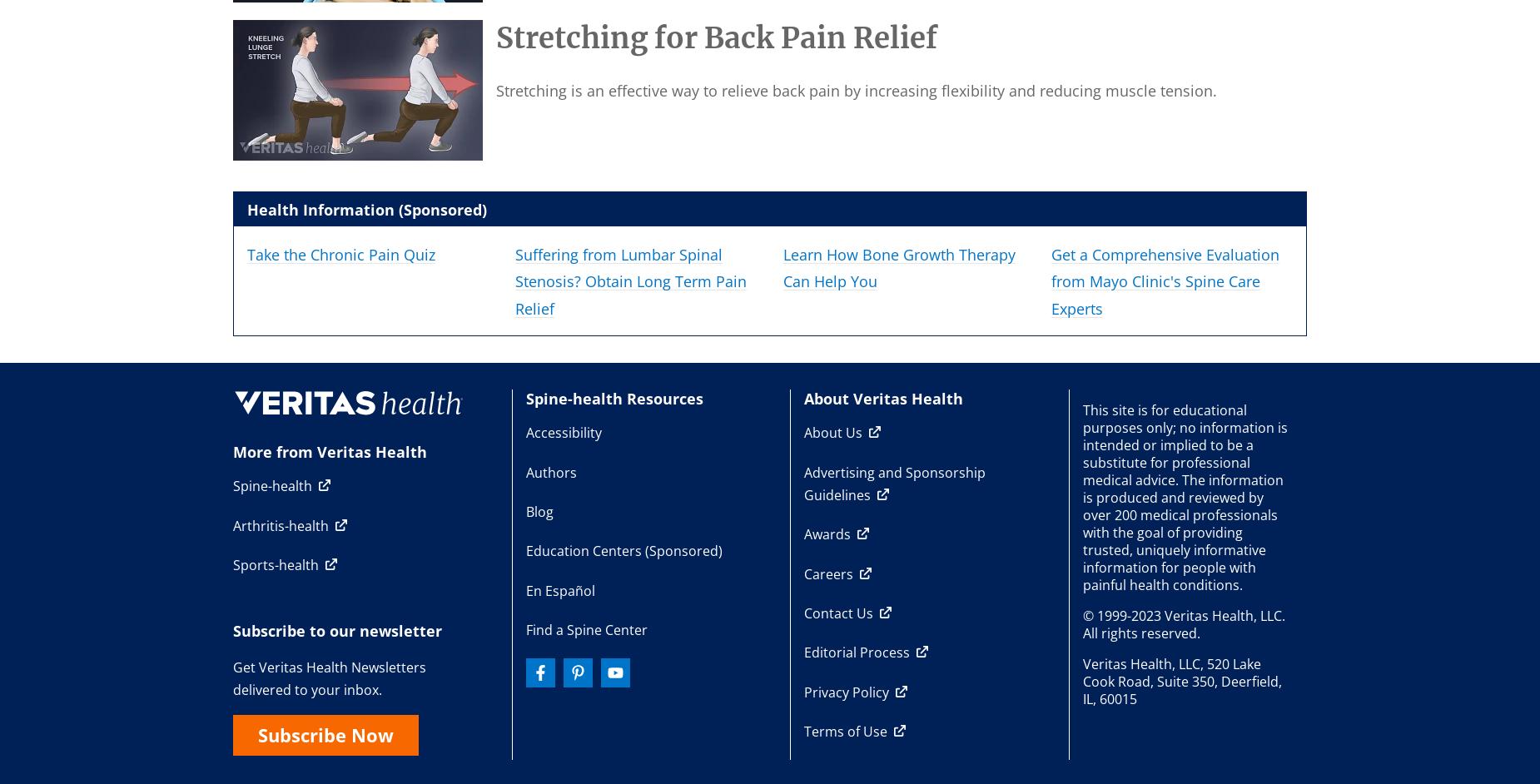  What do you see at coordinates (857, 653) in the screenshot?
I see `'Editorial Process'` at bounding box center [857, 653].